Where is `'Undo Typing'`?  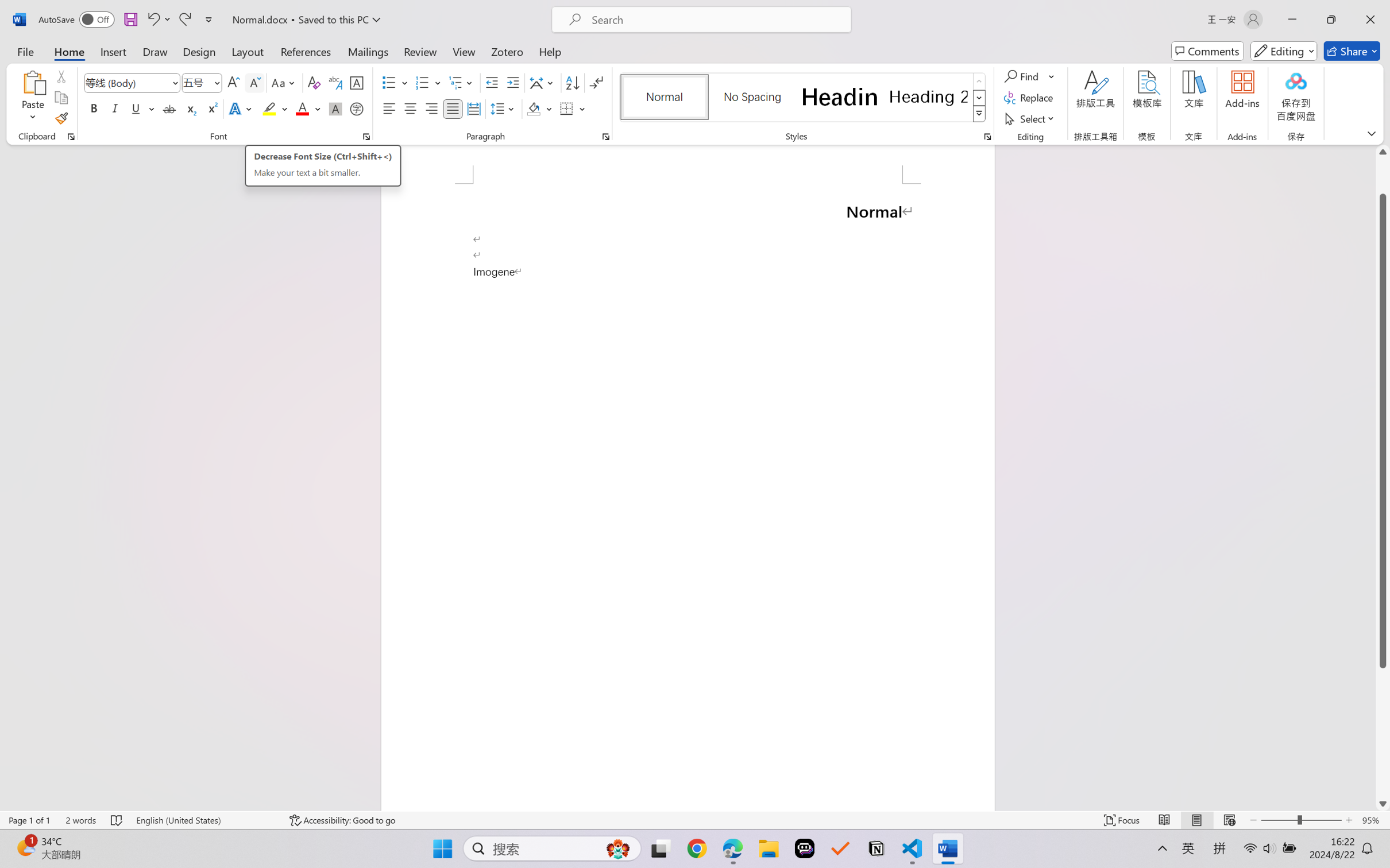
'Undo Typing' is located at coordinates (152, 19).